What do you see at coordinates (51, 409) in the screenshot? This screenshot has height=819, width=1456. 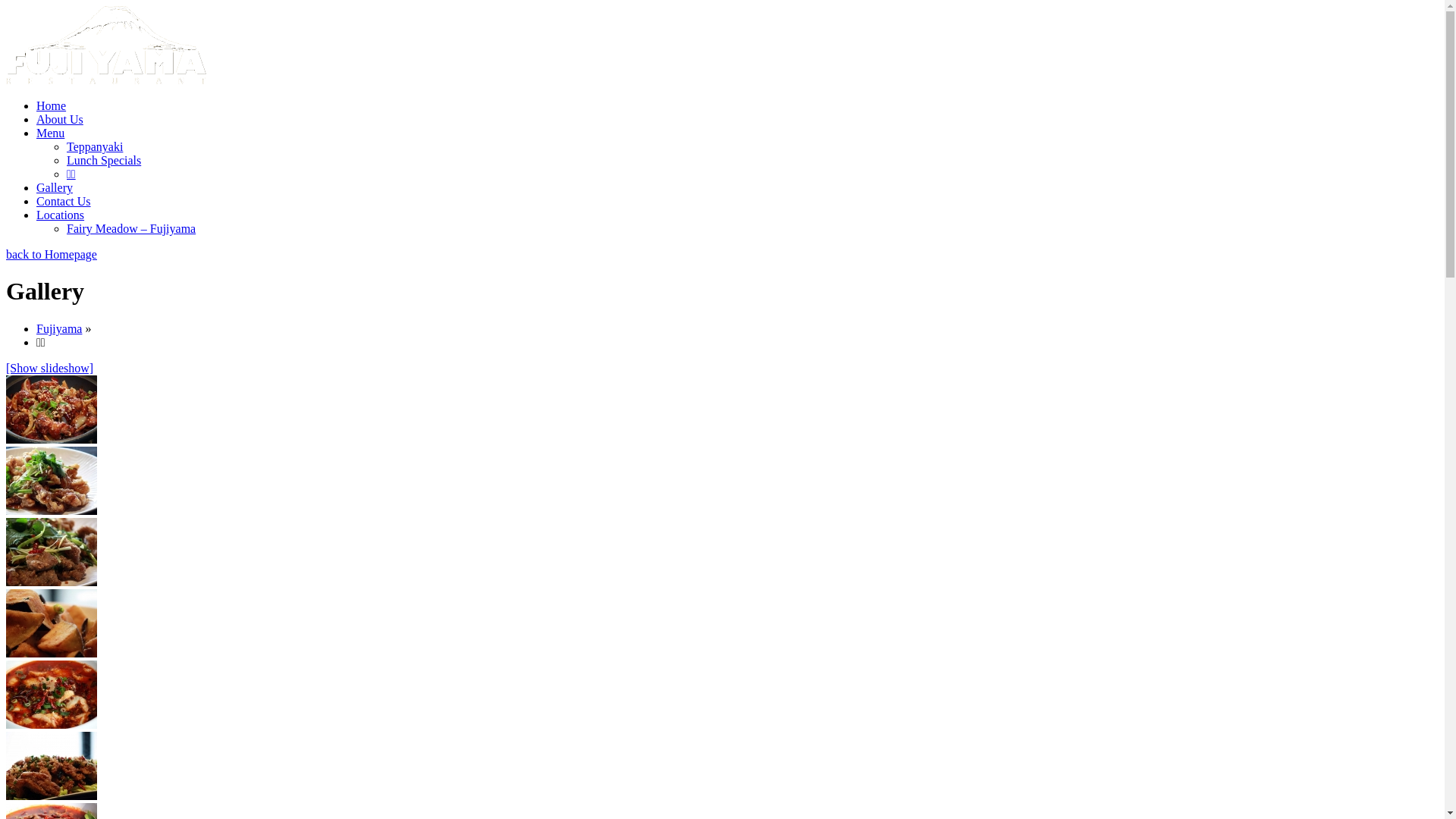 I see `'Deep-Fried-Chicken-Wings-with-Onion'` at bounding box center [51, 409].